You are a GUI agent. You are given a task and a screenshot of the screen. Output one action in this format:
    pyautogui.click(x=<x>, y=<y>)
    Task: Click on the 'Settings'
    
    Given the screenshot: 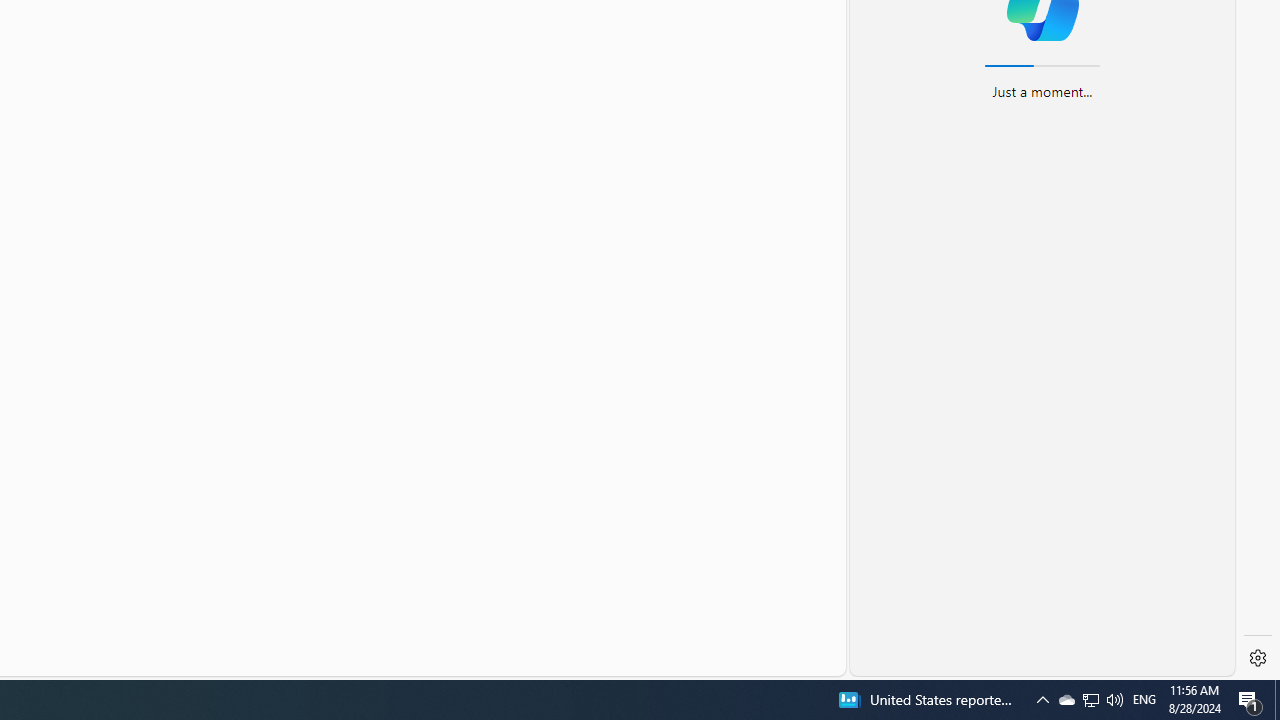 What is the action you would take?
    pyautogui.click(x=1257, y=658)
    